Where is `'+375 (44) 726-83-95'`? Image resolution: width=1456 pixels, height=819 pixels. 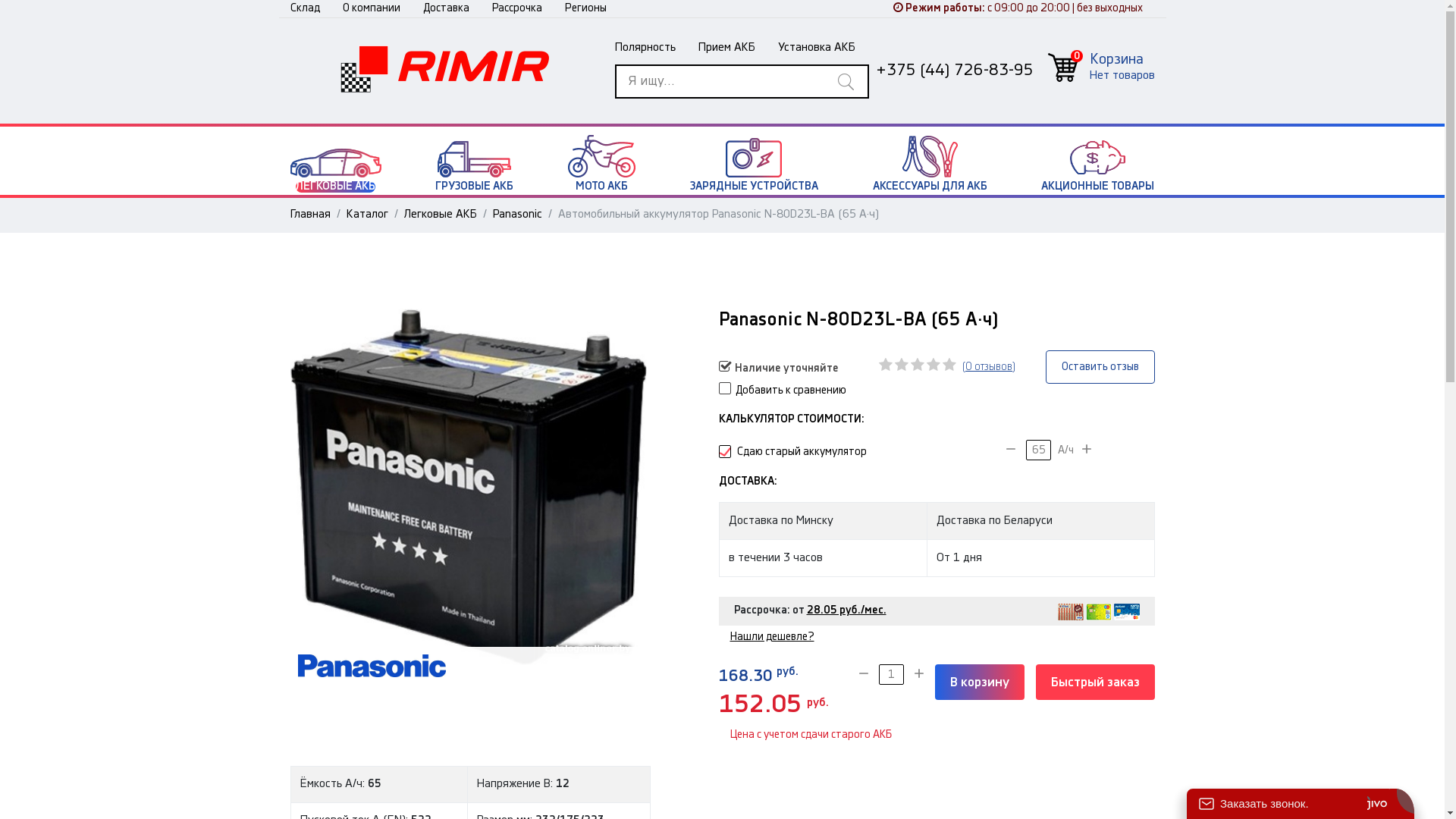
'+375 (44) 726-83-95' is located at coordinates (874, 70).